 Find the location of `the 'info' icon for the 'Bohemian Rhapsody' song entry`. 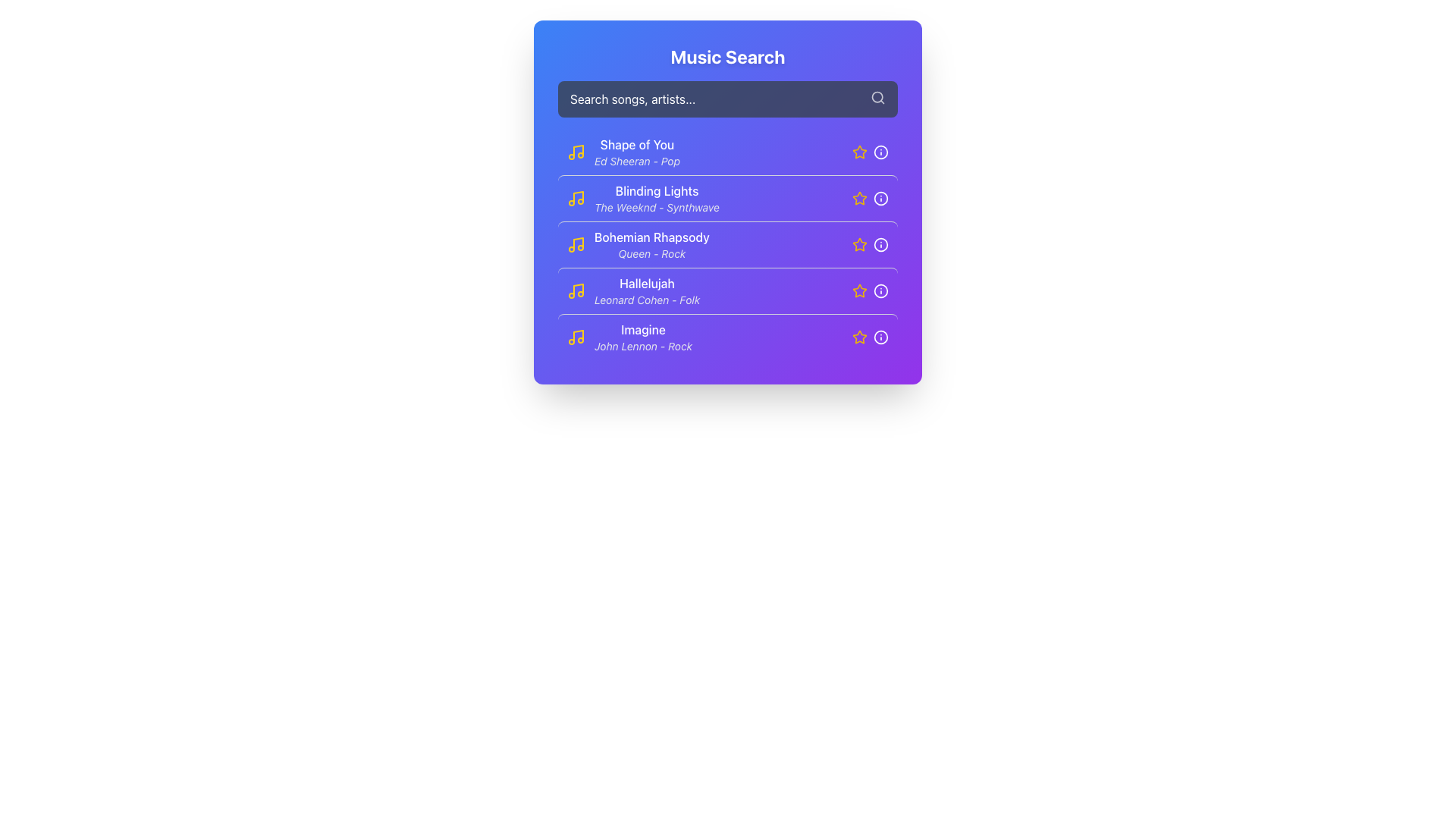

the 'info' icon for the 'Bohemian Rhapsody' song entry is located at coordinates (880, 244).